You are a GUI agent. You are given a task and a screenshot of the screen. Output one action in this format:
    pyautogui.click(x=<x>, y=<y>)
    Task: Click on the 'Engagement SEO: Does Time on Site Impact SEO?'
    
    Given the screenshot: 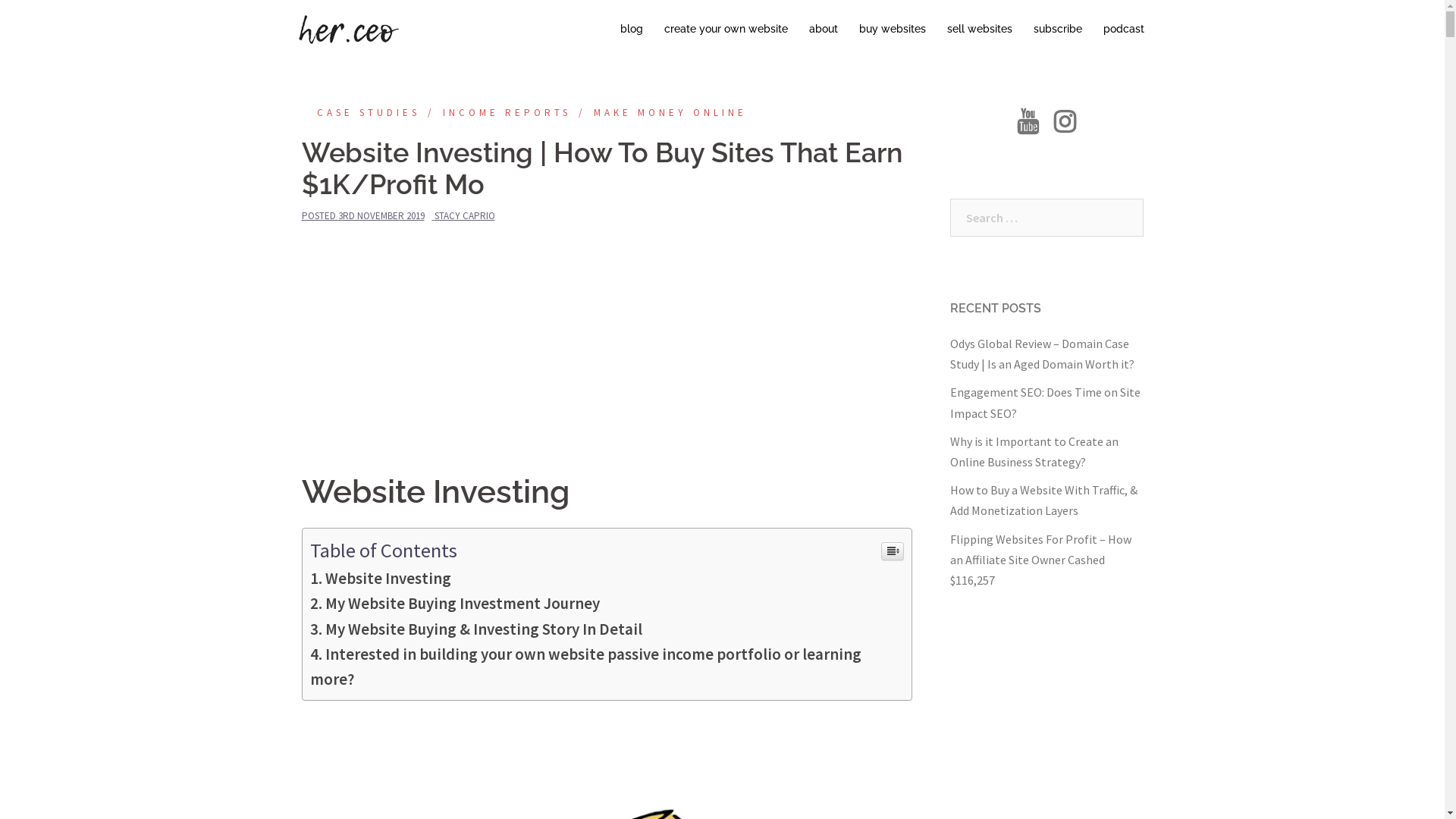 What is the action you would take?
    pyautogui.click(x=1043, y=401)
    